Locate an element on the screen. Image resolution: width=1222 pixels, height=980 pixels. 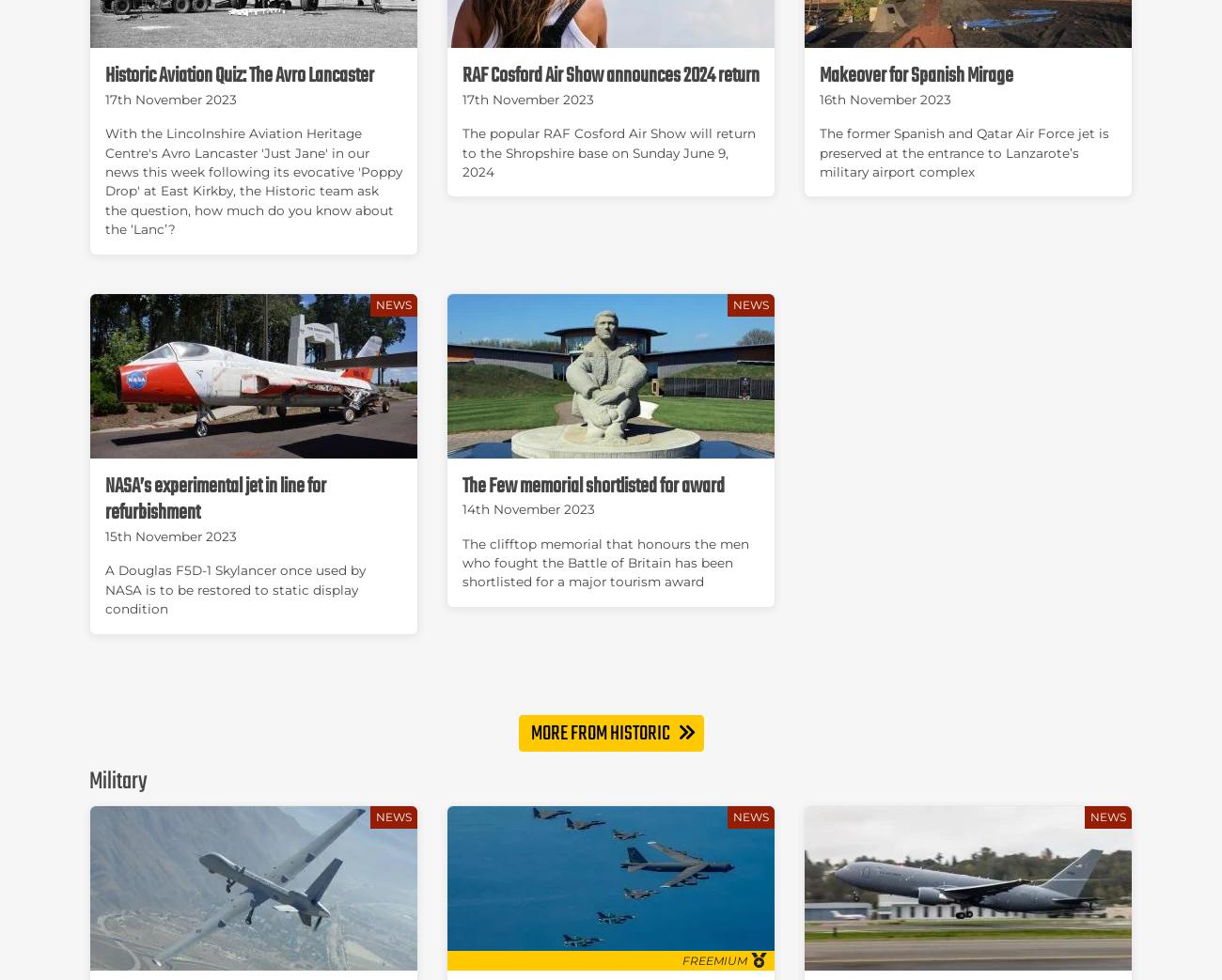
'Historic Aviation Quiz: The Avro Lancaster' is located at coordinates (104, 74).